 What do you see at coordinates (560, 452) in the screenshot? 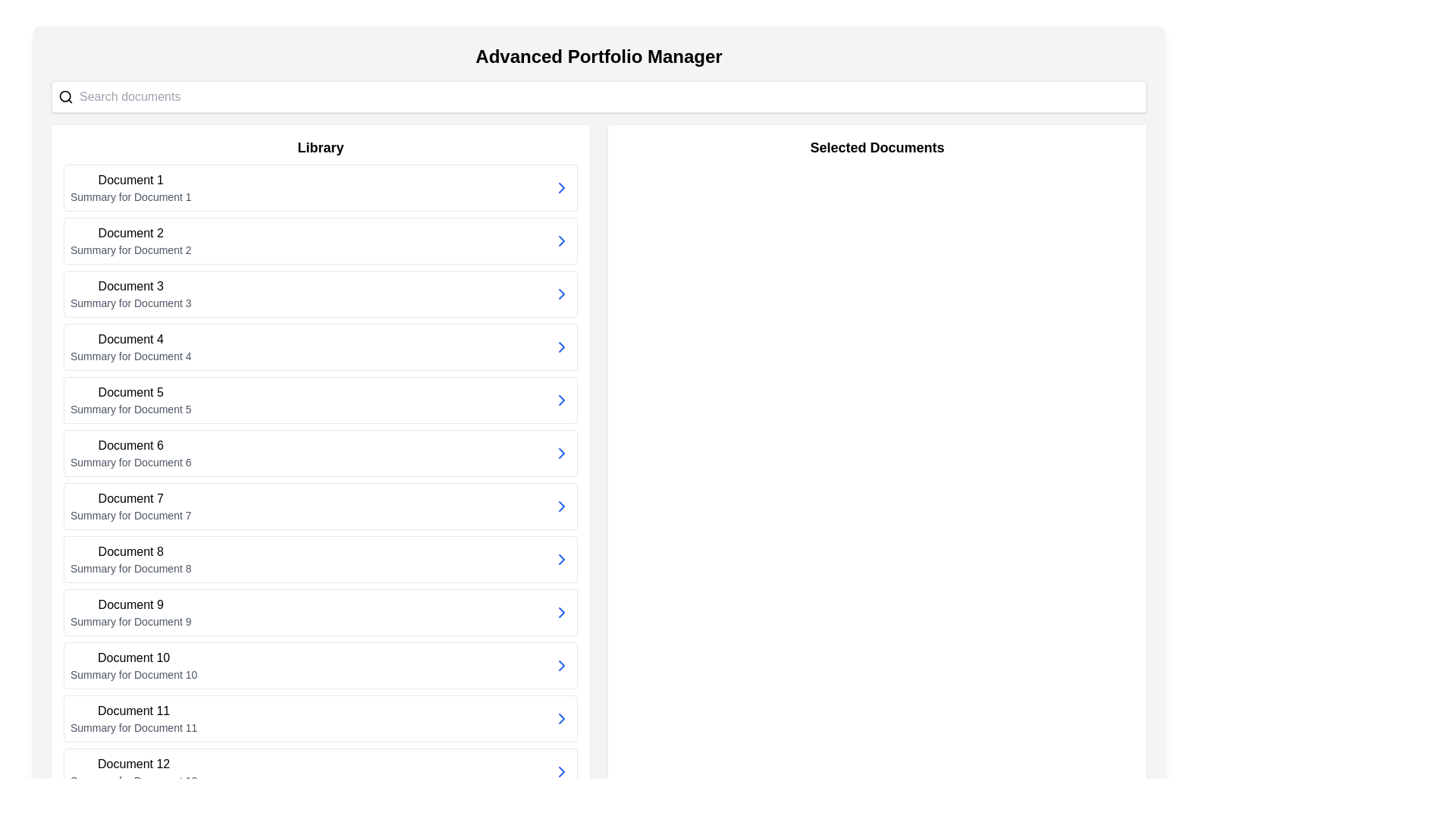
I see `the navigation button/icon for 'Document 6' located at the rightmost side of the row in the Library section` at bounding box center [560, 452].